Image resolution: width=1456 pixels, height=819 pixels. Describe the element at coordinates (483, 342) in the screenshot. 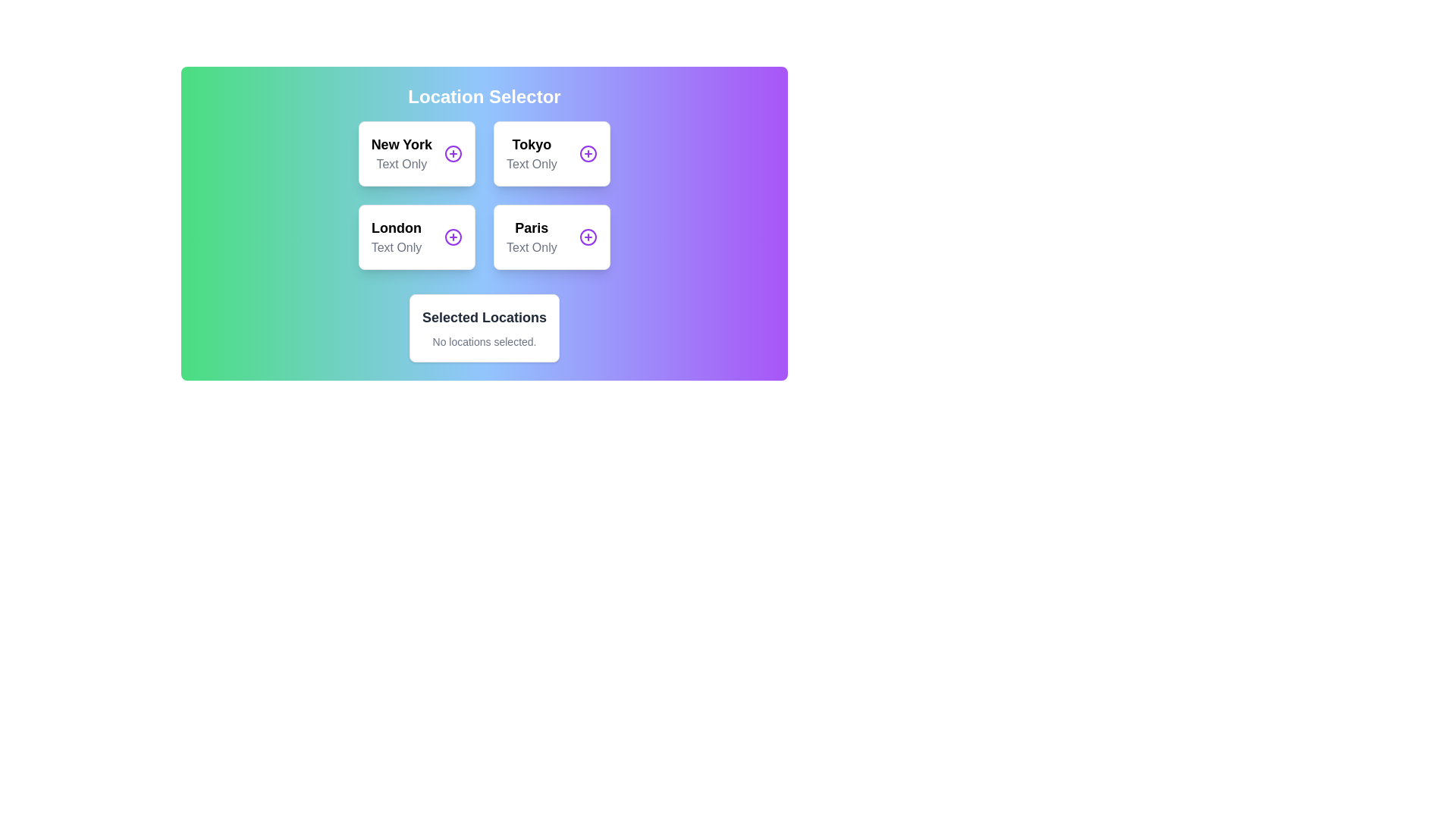

I see `text displayed in small, gray font that says 'No locations selected.' positioned within the 'Selected Locations' panel` at that location.